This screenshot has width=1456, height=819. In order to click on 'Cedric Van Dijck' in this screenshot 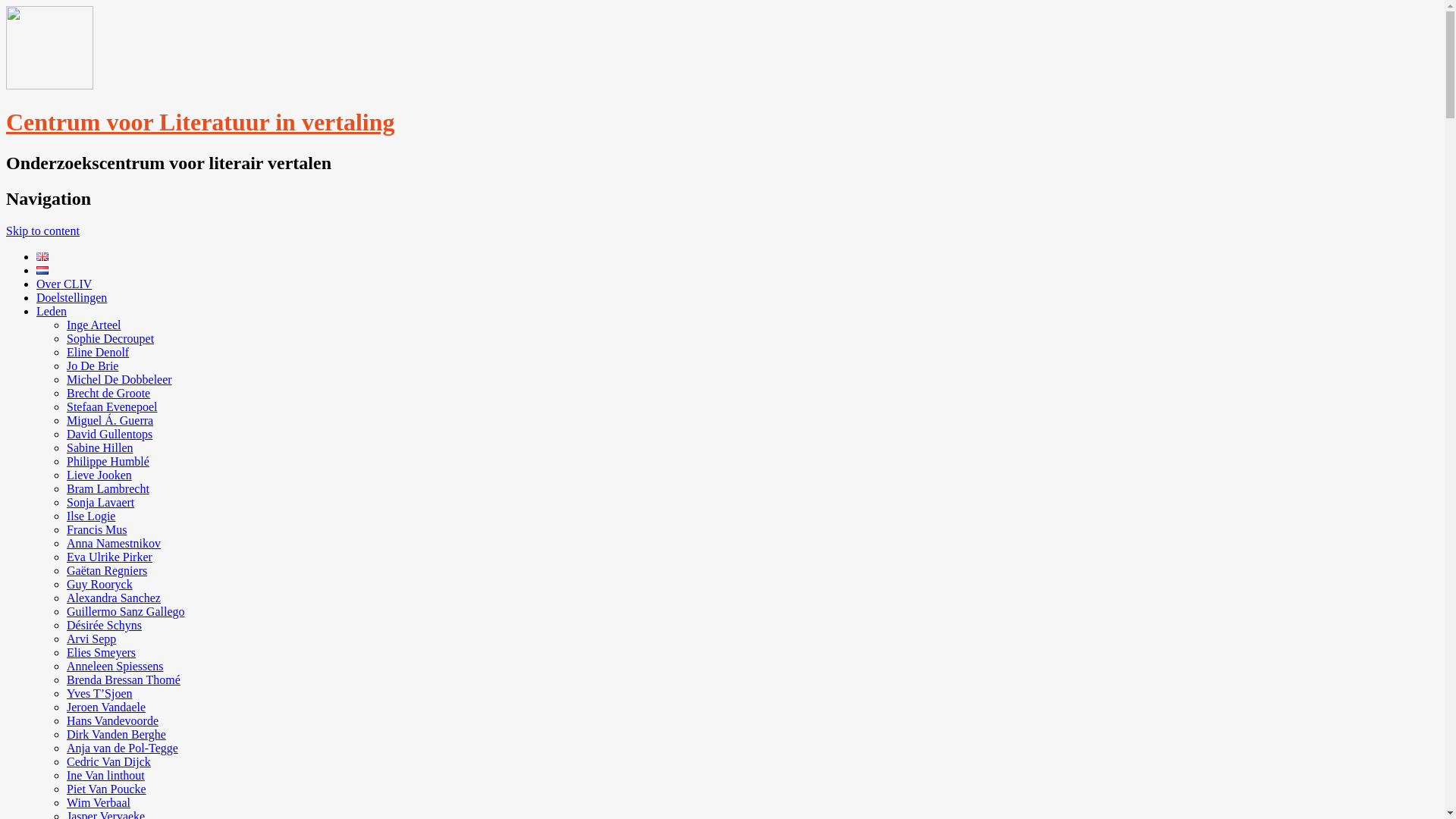, I will do `click(65, 761)`.